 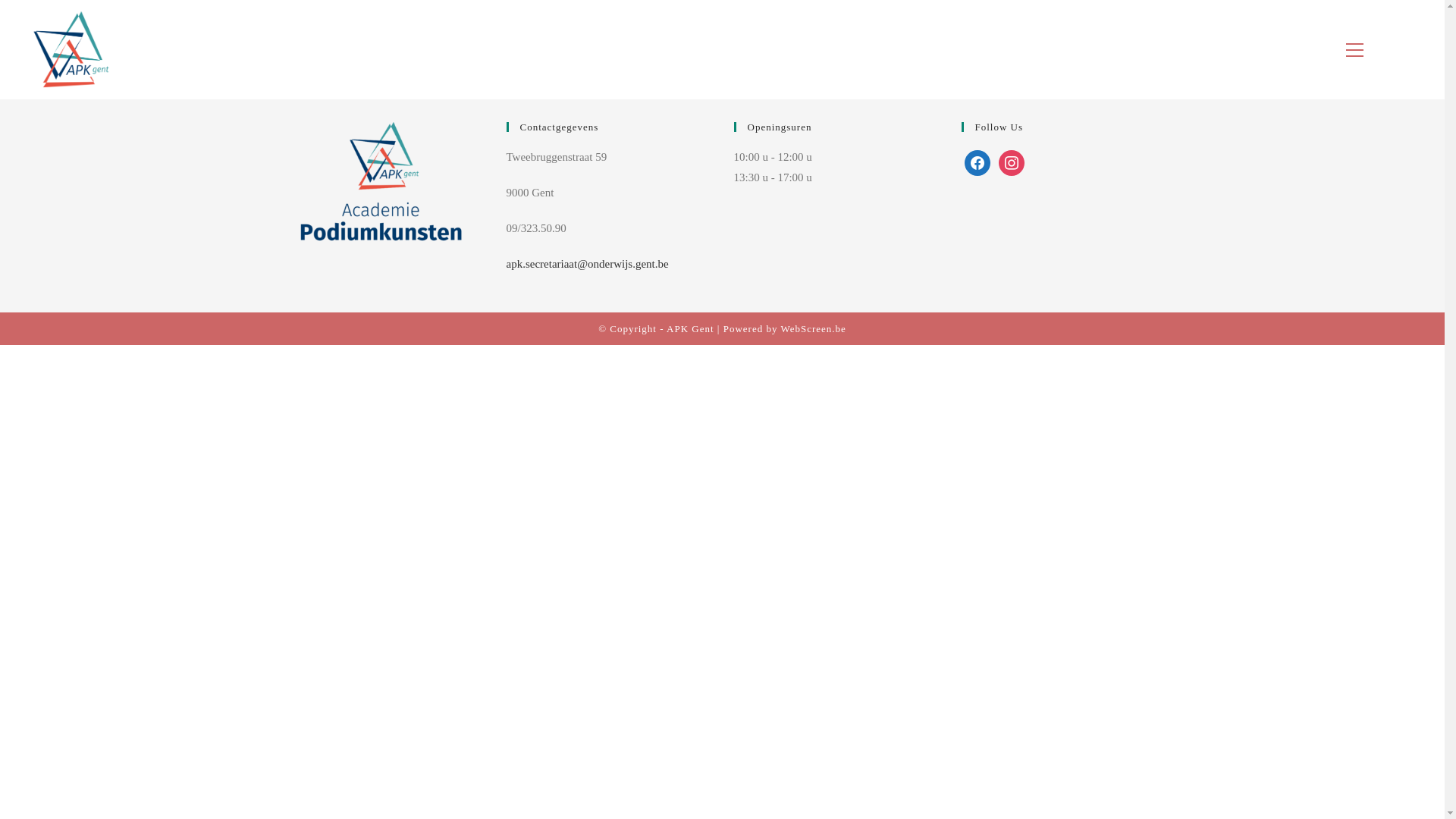 I want to click on 'WebScreen.be', so click(x=811, y=328).